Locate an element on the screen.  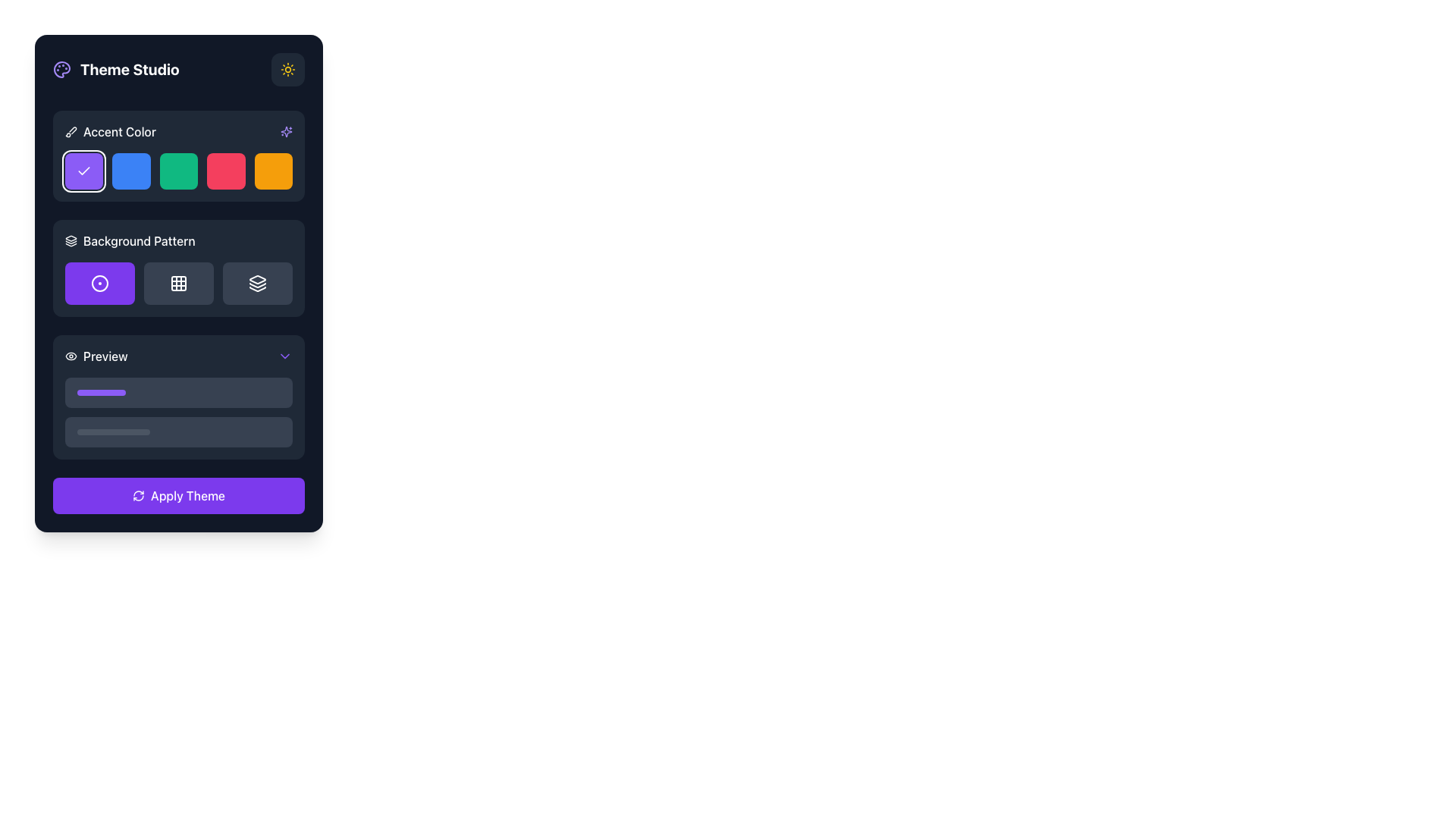
the 'Apply Theme' button, which has a purple background, white text, and a circular arrow icon is located at coordinates (178, 496).